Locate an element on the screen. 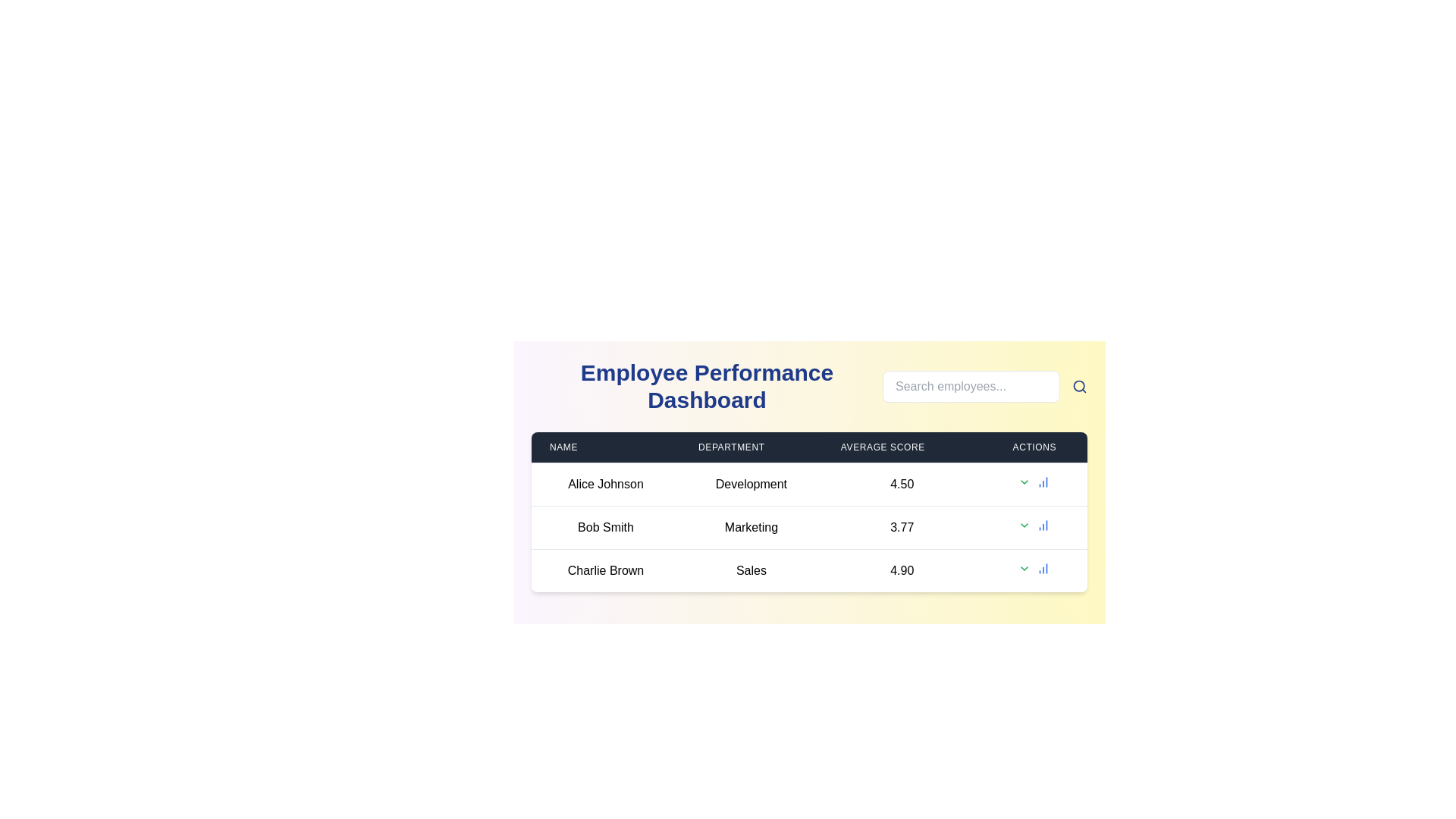 The width and height of the screenshot is (1456, 819). the green chevron-down icon in the 'Actions' column for 'Charlie Brown' is located at coordinates (1025, 568).